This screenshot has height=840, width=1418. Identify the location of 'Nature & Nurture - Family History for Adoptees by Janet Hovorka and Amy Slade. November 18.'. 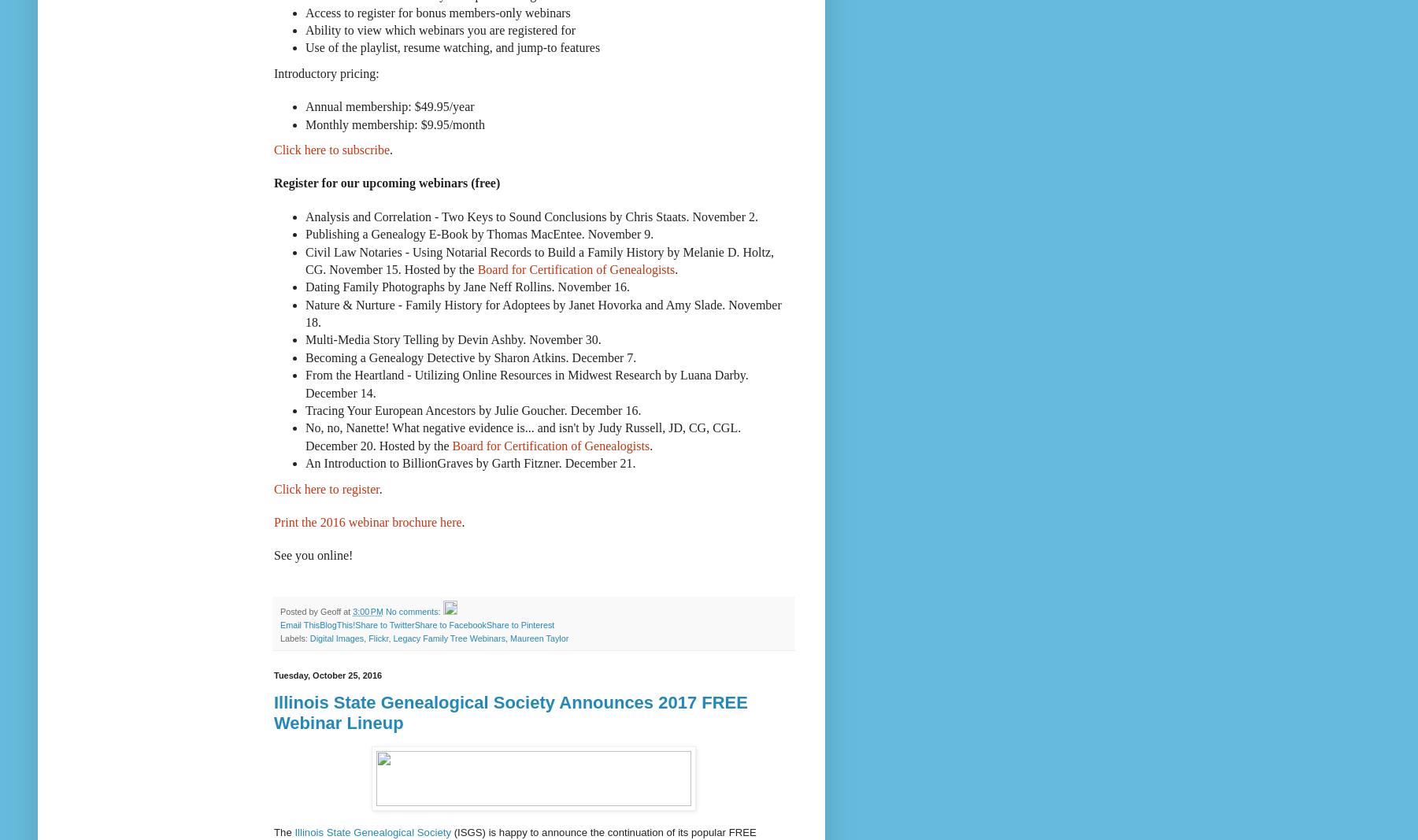
(542, 312).